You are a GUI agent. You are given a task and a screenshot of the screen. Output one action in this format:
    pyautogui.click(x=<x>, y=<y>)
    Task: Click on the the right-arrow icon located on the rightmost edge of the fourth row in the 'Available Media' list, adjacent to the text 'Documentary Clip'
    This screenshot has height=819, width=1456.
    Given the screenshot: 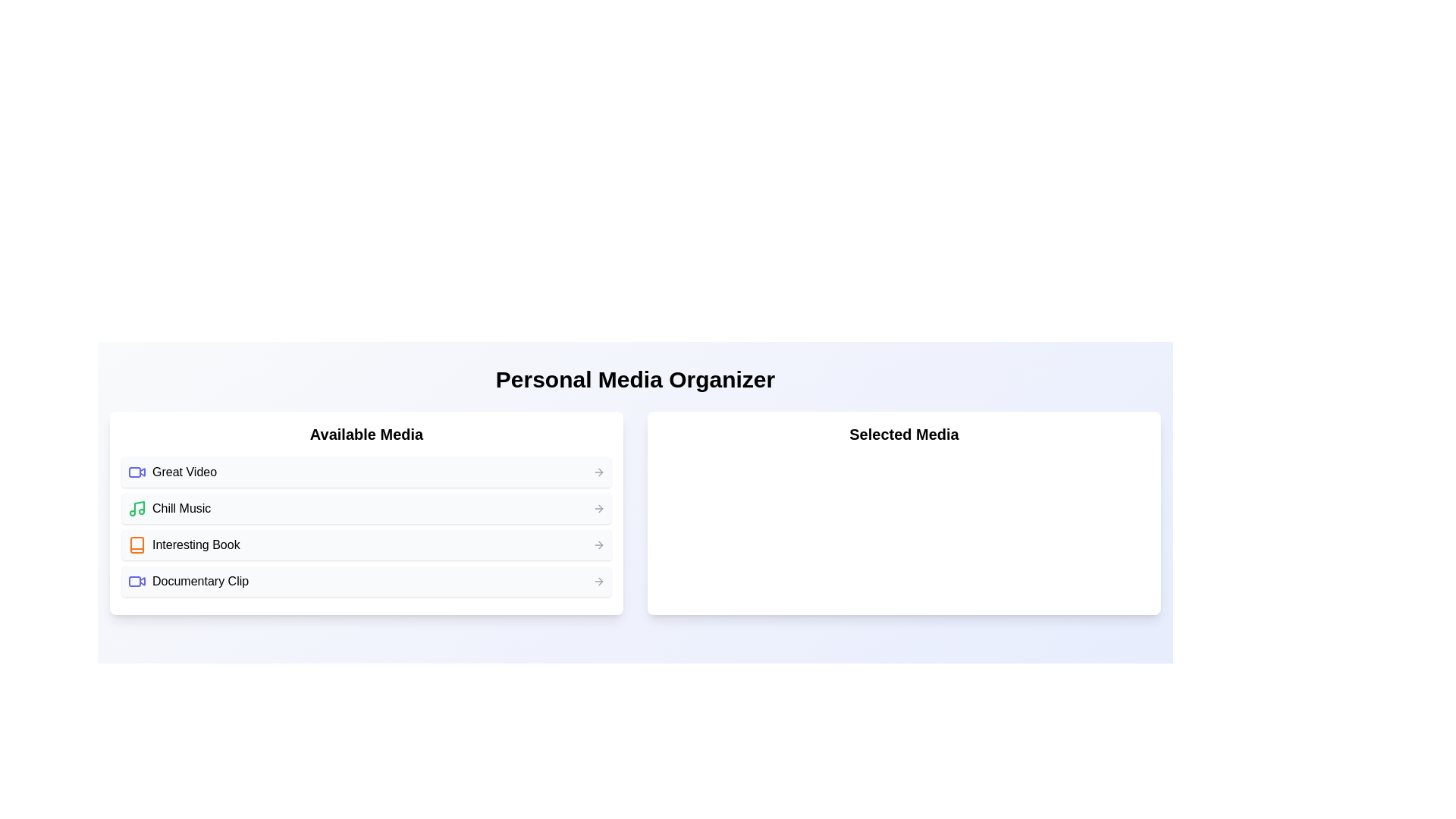 What is the action you would take?
    pyautogui.click(x=598, y=581)
    